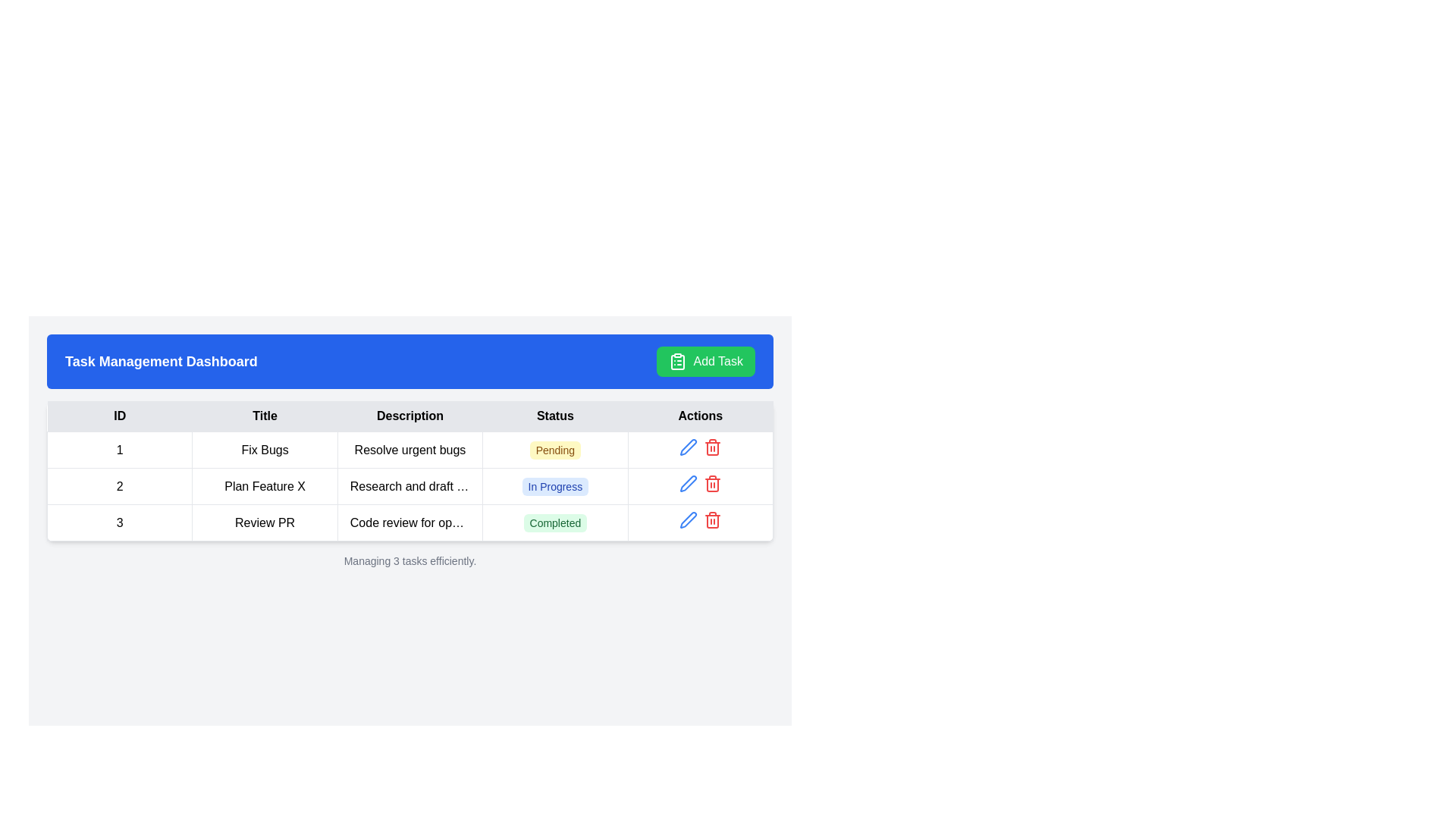  What do you see at coordinates (265, 416) in the screenshot?
I see `text from the 'Title' text label, which is in the second column of the table header with a light gray background` at bounding box center [265, 416].